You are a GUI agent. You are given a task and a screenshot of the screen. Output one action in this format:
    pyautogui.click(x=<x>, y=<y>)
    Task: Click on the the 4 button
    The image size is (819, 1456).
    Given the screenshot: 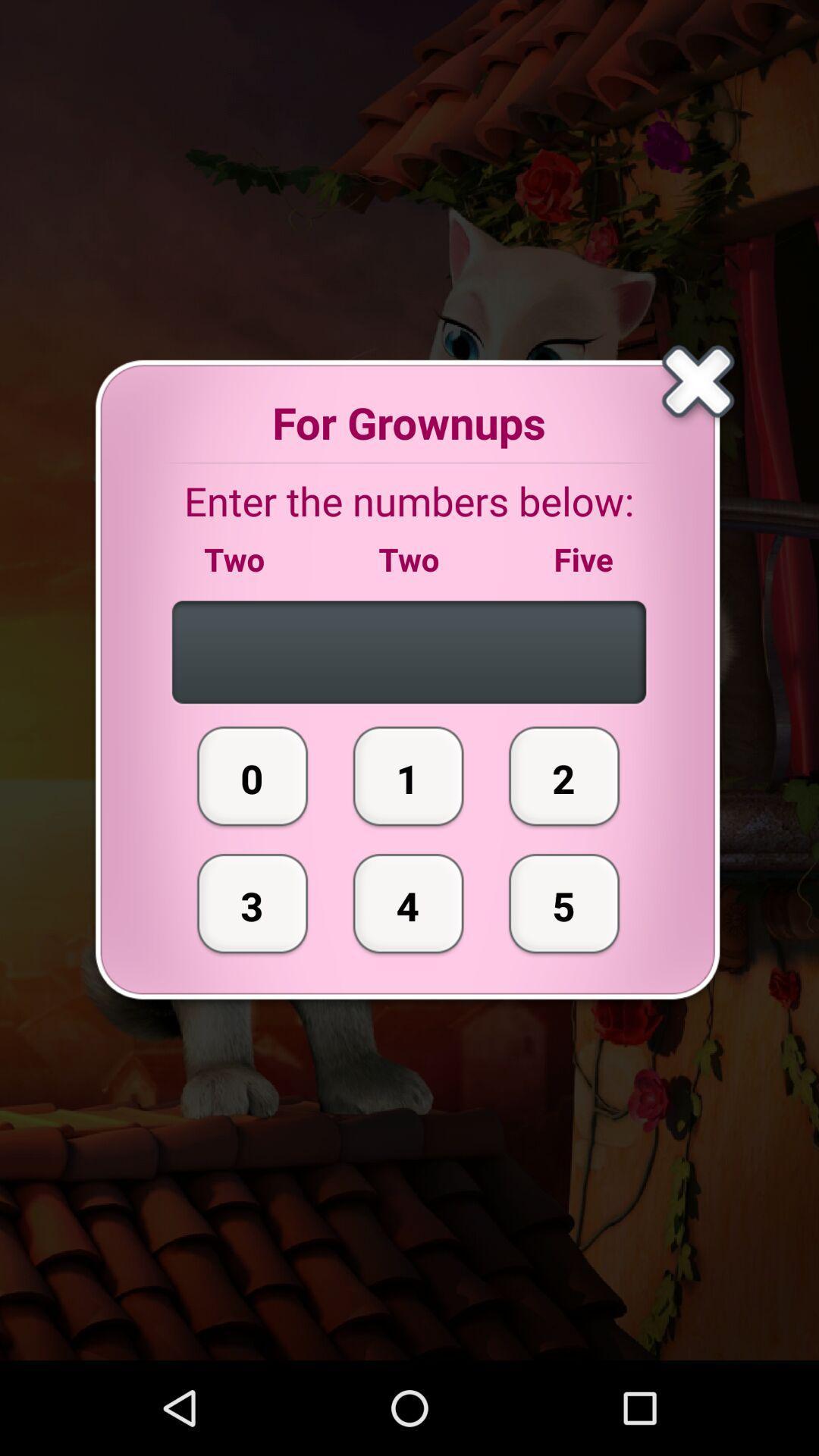 What is the action you would take?
    pyautogui.click(x=408, y=903)
    